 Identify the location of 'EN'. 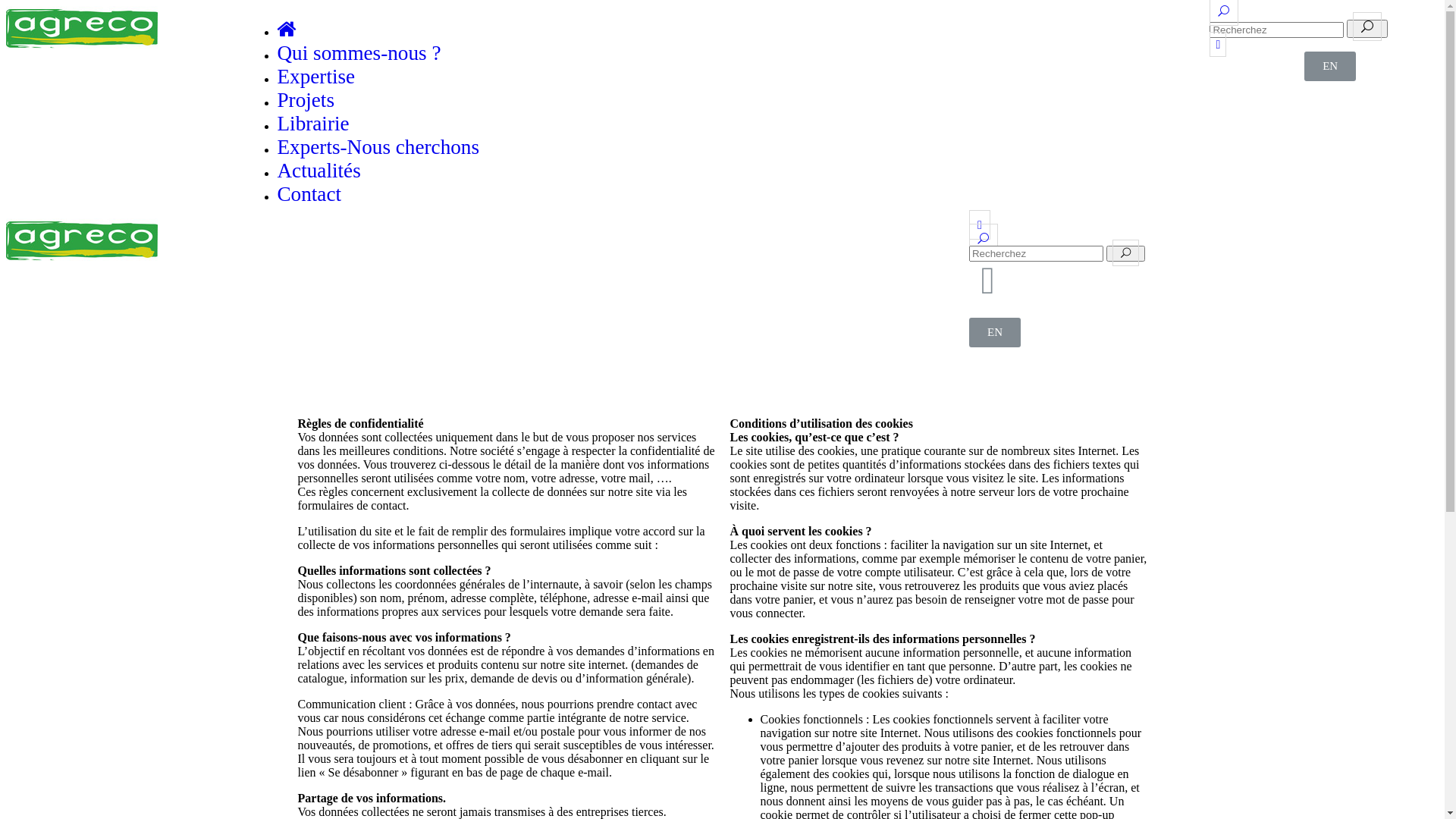
(994, 331).